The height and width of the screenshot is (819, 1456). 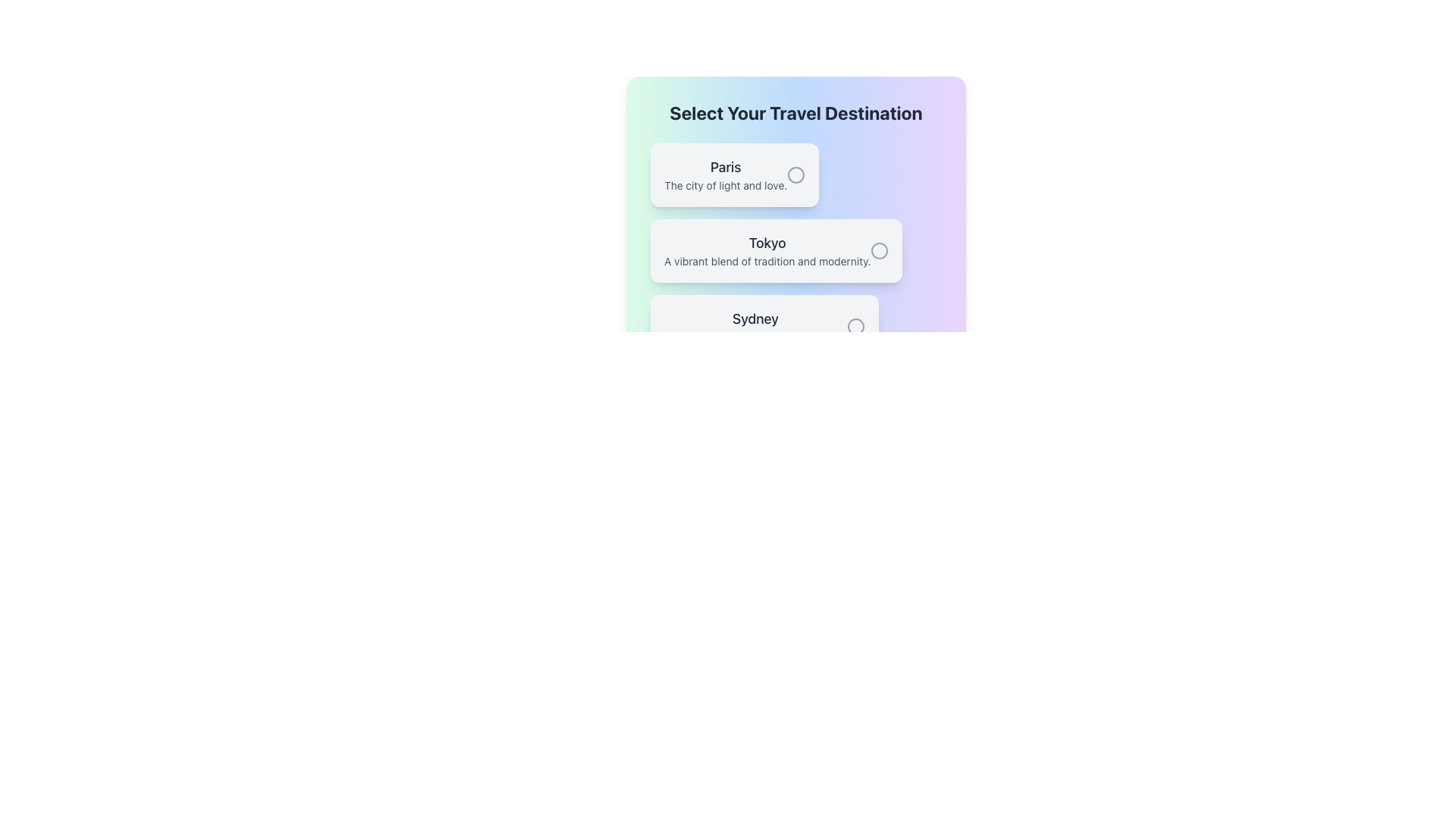 I want to click on the text content of the label displaying 'Tokyo' with a description about its vibrant culture, positioned under 'Select Your Travel Destination' as the second option, so click(x=767, y=250).